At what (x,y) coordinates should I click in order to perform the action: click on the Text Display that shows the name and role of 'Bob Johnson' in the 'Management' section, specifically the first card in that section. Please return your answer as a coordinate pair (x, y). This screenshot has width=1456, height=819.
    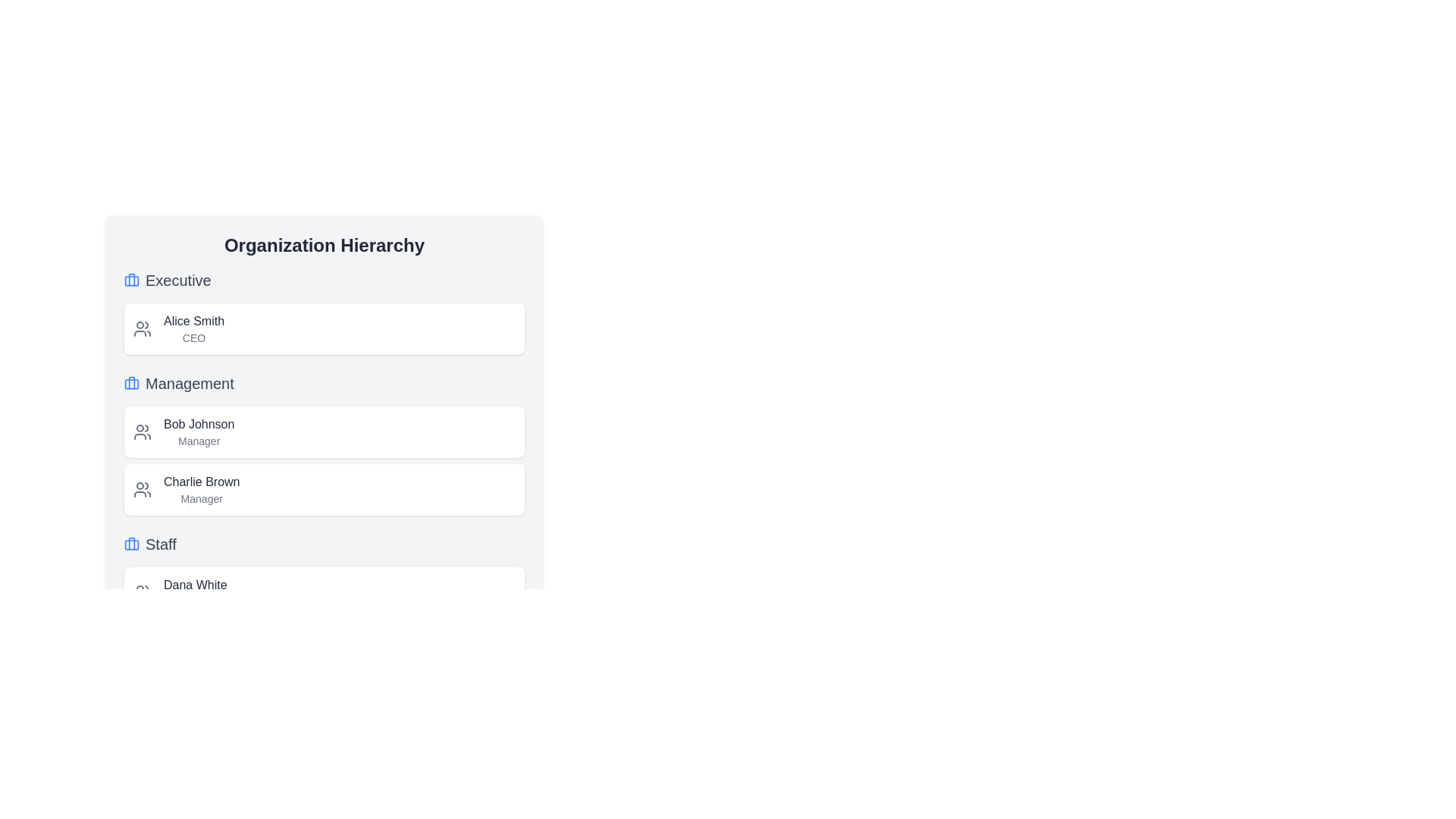
    Looking at the image, I should click on (198, 432).